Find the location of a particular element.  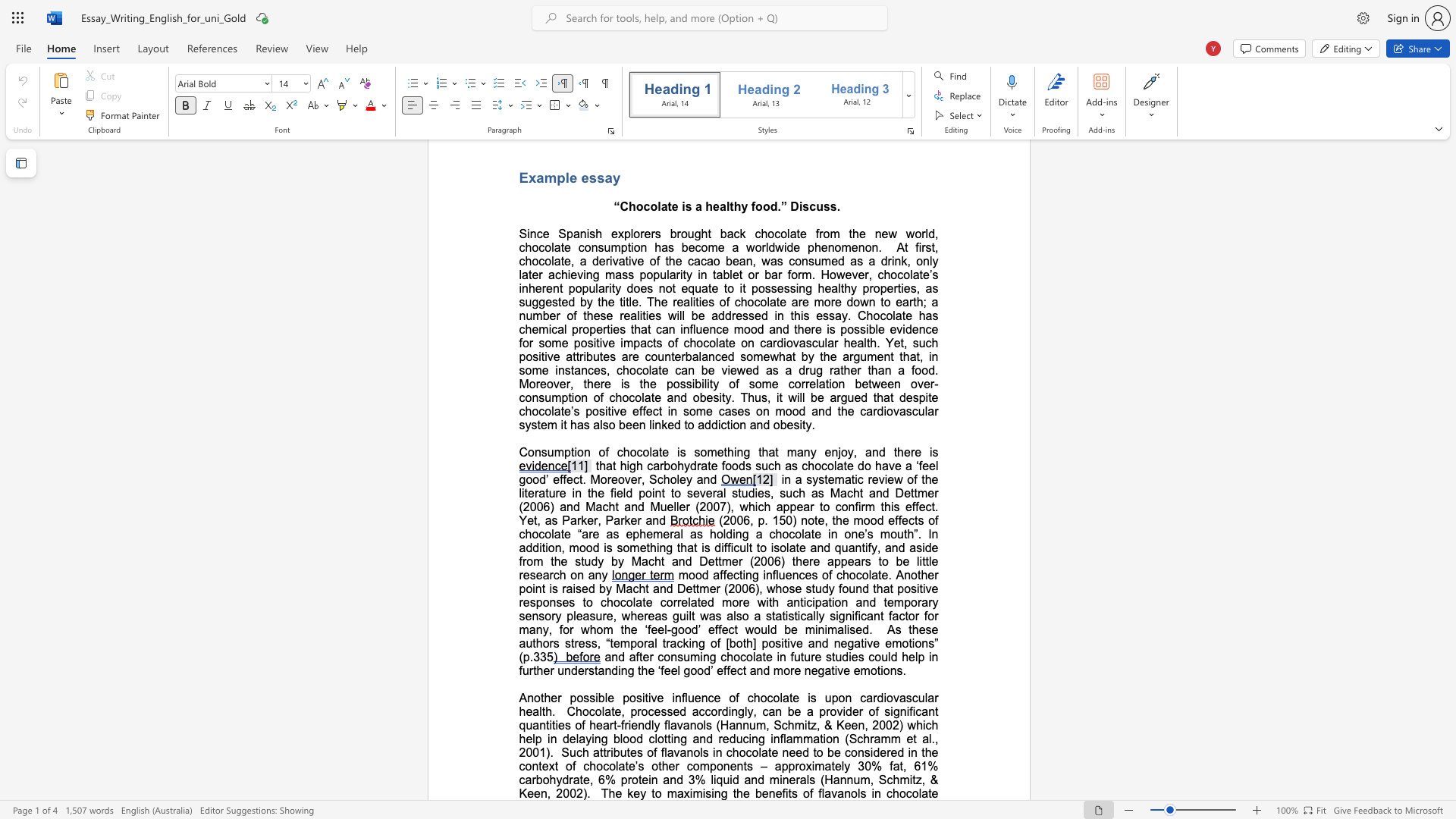

the subset text "ents – approximately 30% fat, 61% carbohydrate, 6% protein and 3% liquid and minerals (Hannum, Schmitz, & Kee" within the text "Such attributes of flavanols in chocolate need to be considered in the context of chocolate’s other components – approximately 30% fat, 61% carbohydrate, 6% protein and 3% liquid and minerals (Hannum, Schmitz, & Keen, 2002)" is located at coordinates (730, 766).